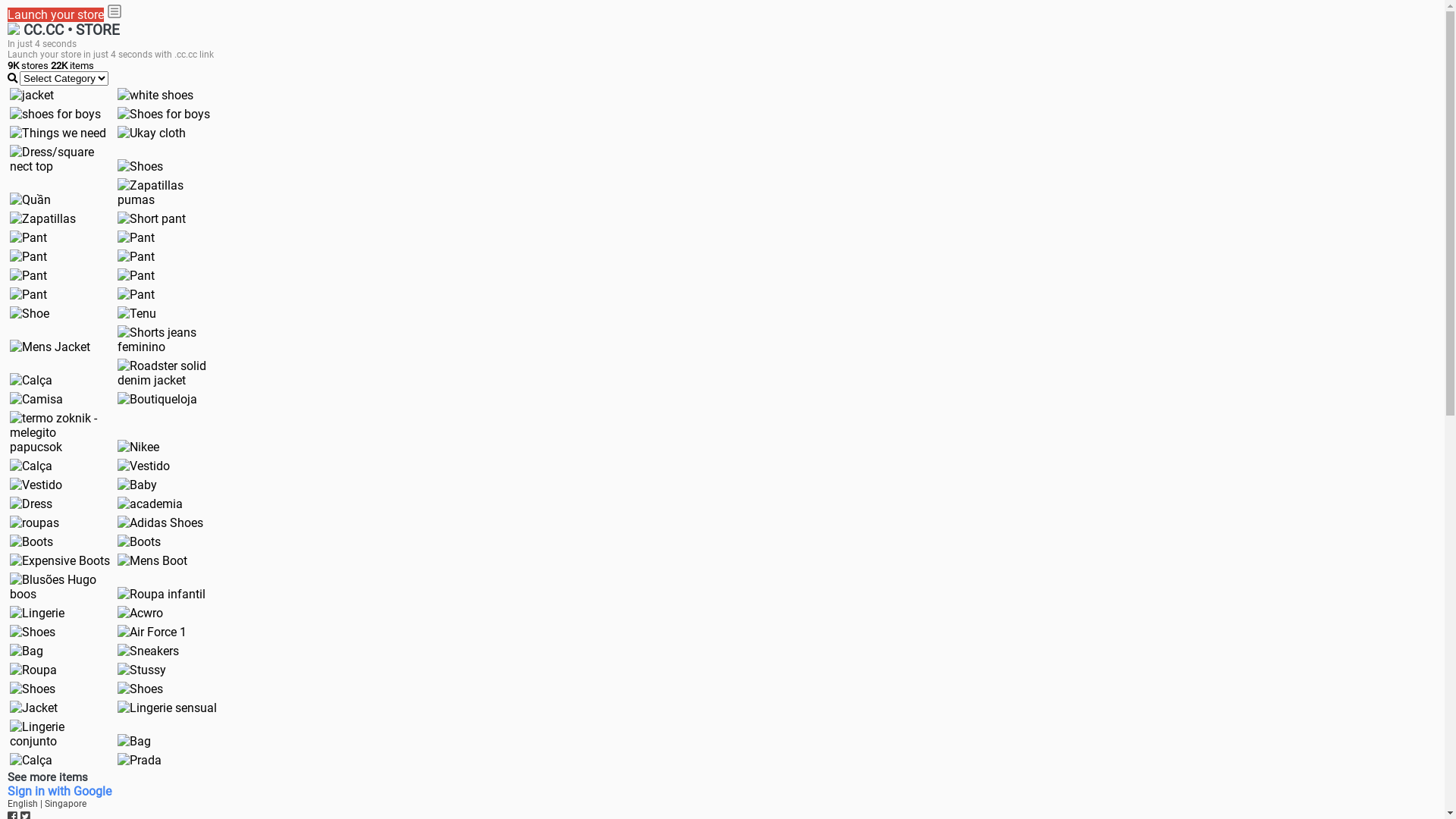 The image size is (1456, 819). Describe the element at coordinates (26, 650) in the screenshot. I see `'Bag'` at that location.